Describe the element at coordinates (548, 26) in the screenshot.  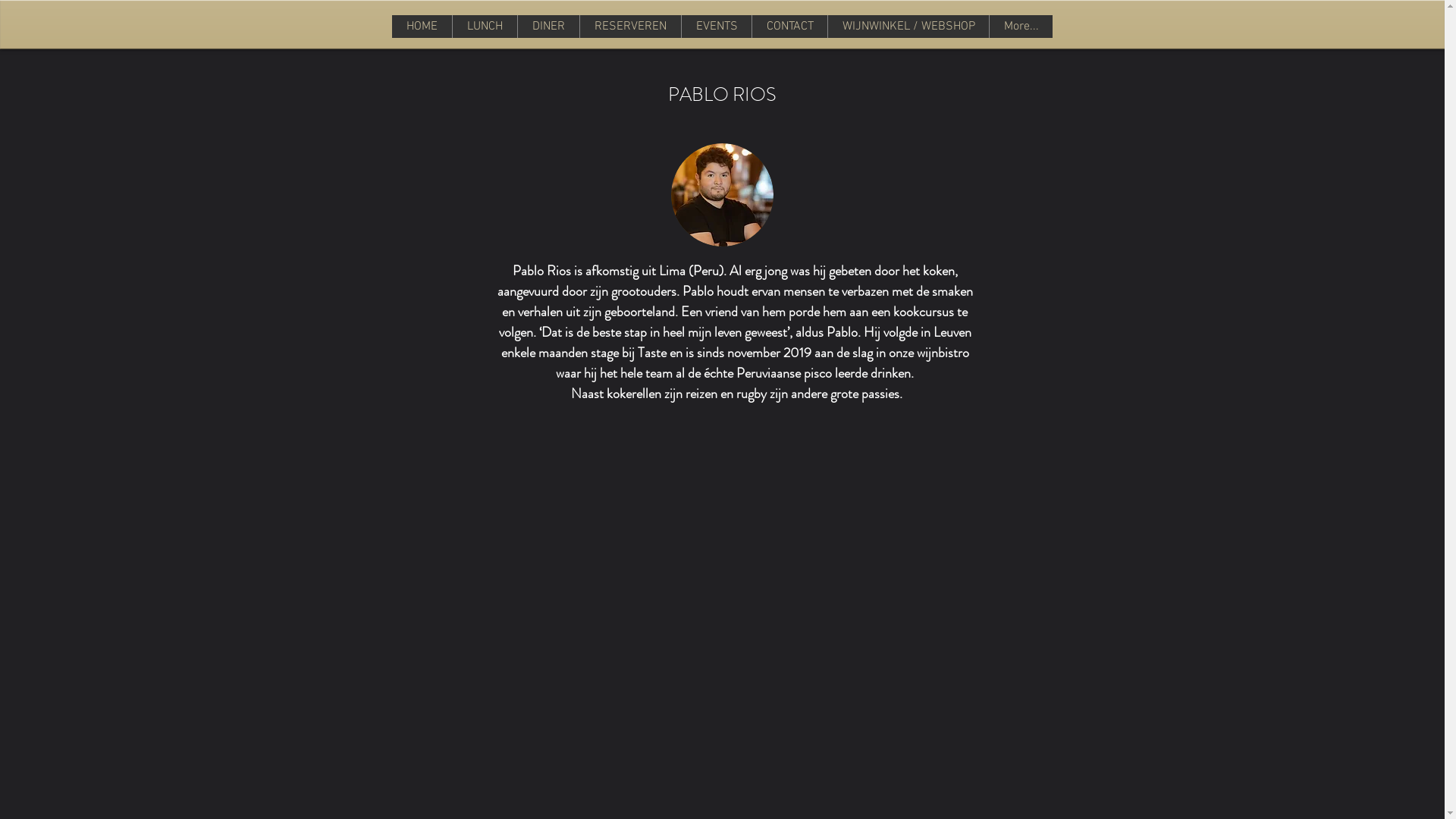
I see `'DINER'` at that location.